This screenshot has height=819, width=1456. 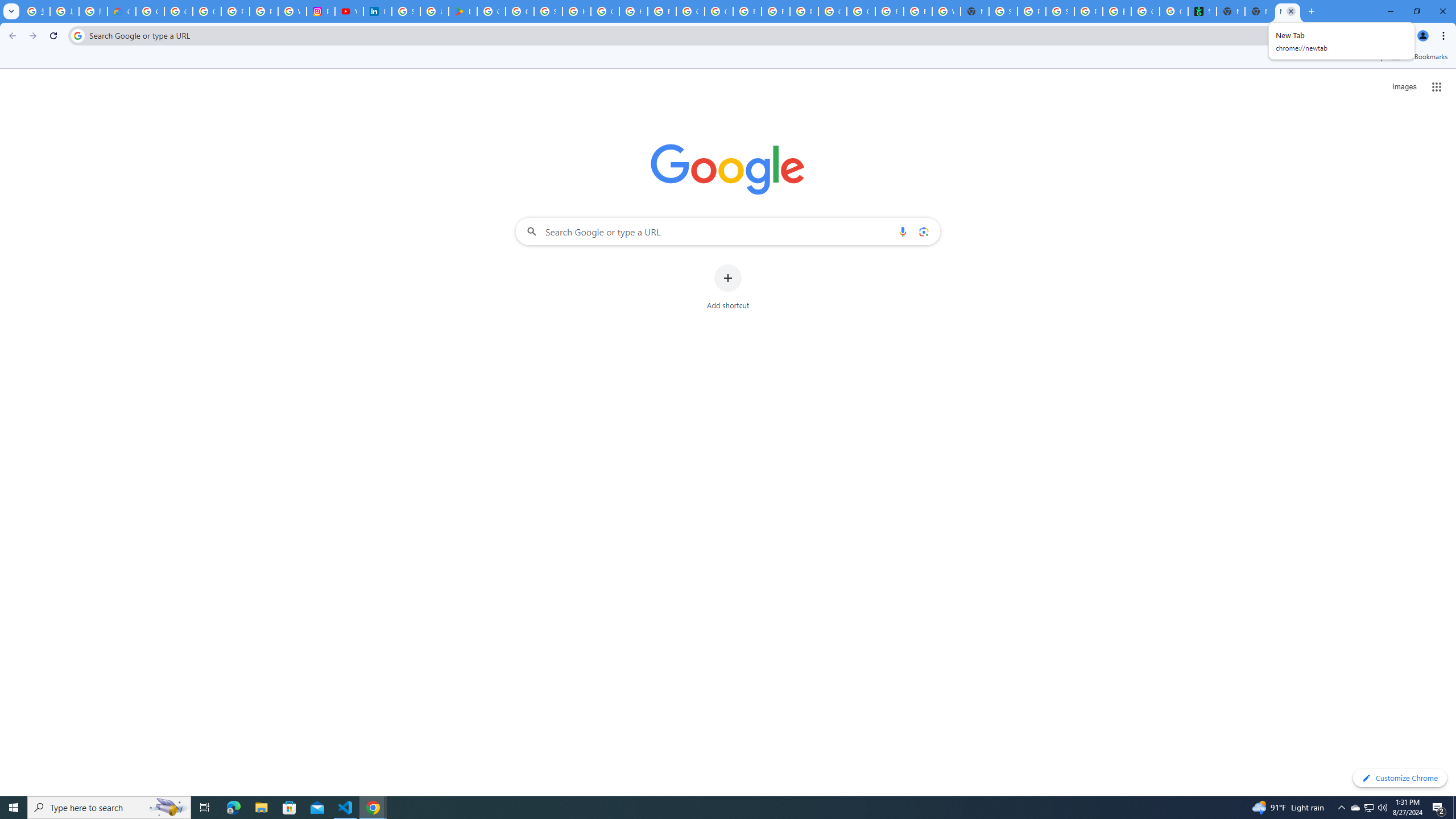 I want to click on 'Search by image', so click(x=923, y=230).